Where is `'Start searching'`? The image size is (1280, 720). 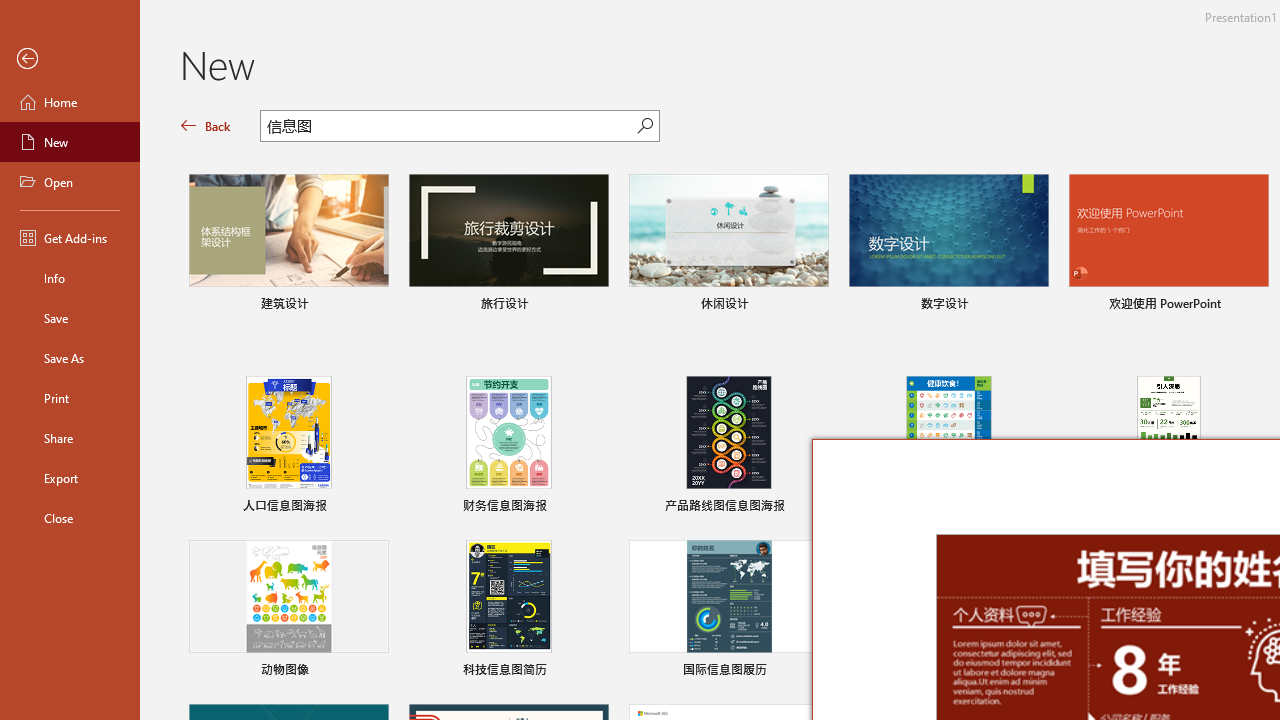 'Start searching' is located at coordinates (645, 125).